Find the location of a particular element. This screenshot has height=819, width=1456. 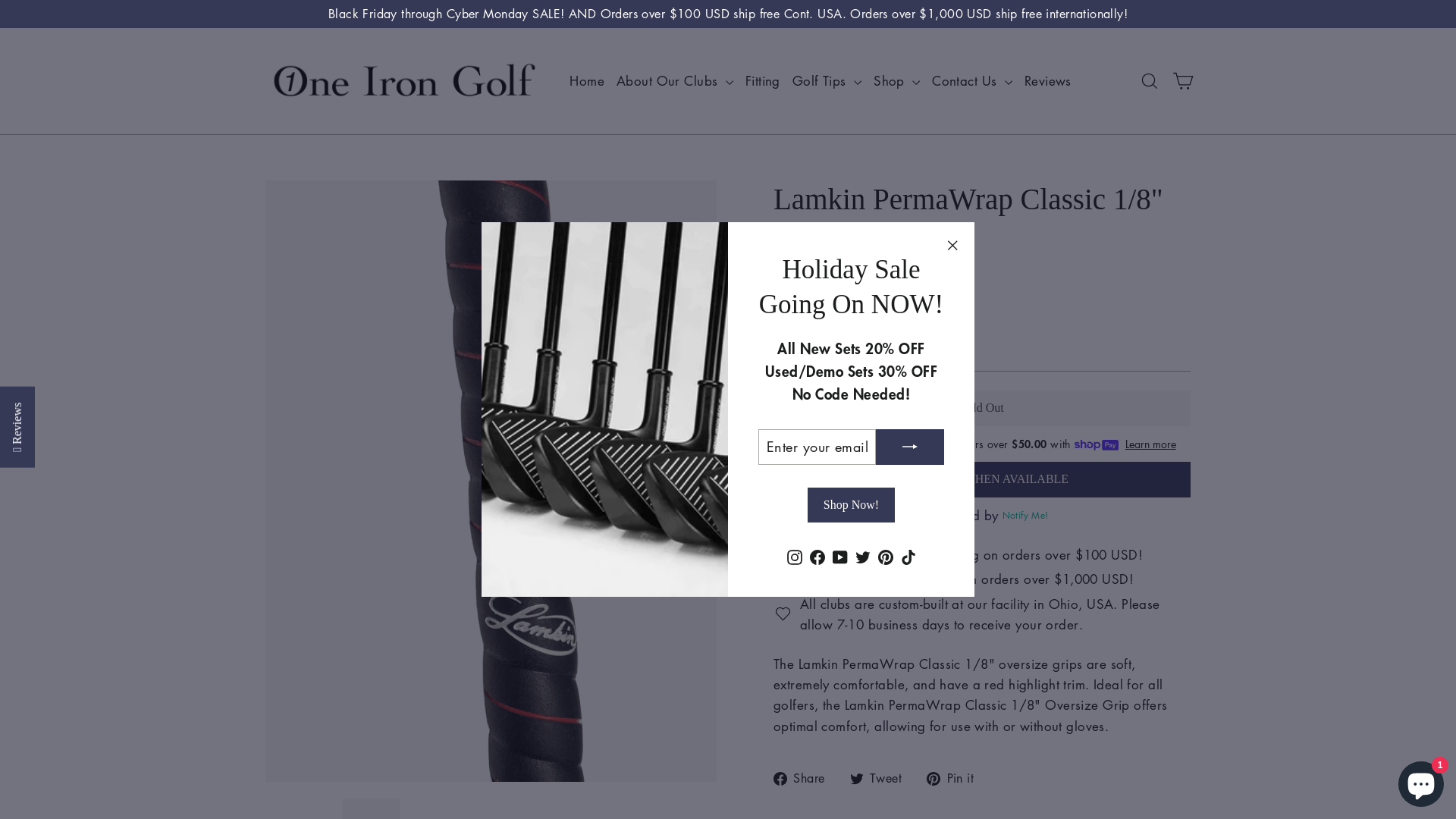

'Shop Now!' is located at coordinates (851, 505).